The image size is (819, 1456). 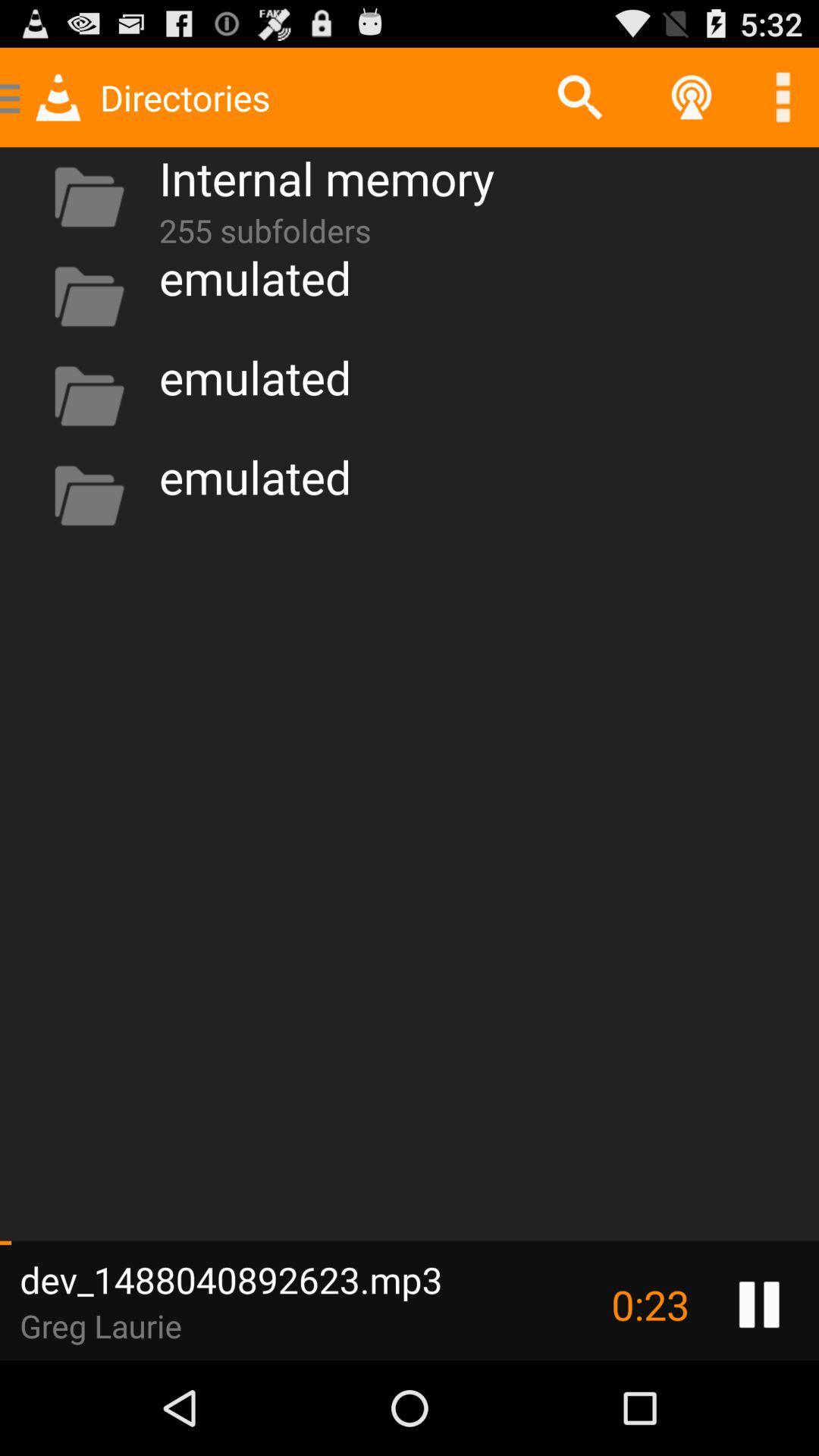 I want to click on icon next to the internal memory app, so click(x=579, y=96).